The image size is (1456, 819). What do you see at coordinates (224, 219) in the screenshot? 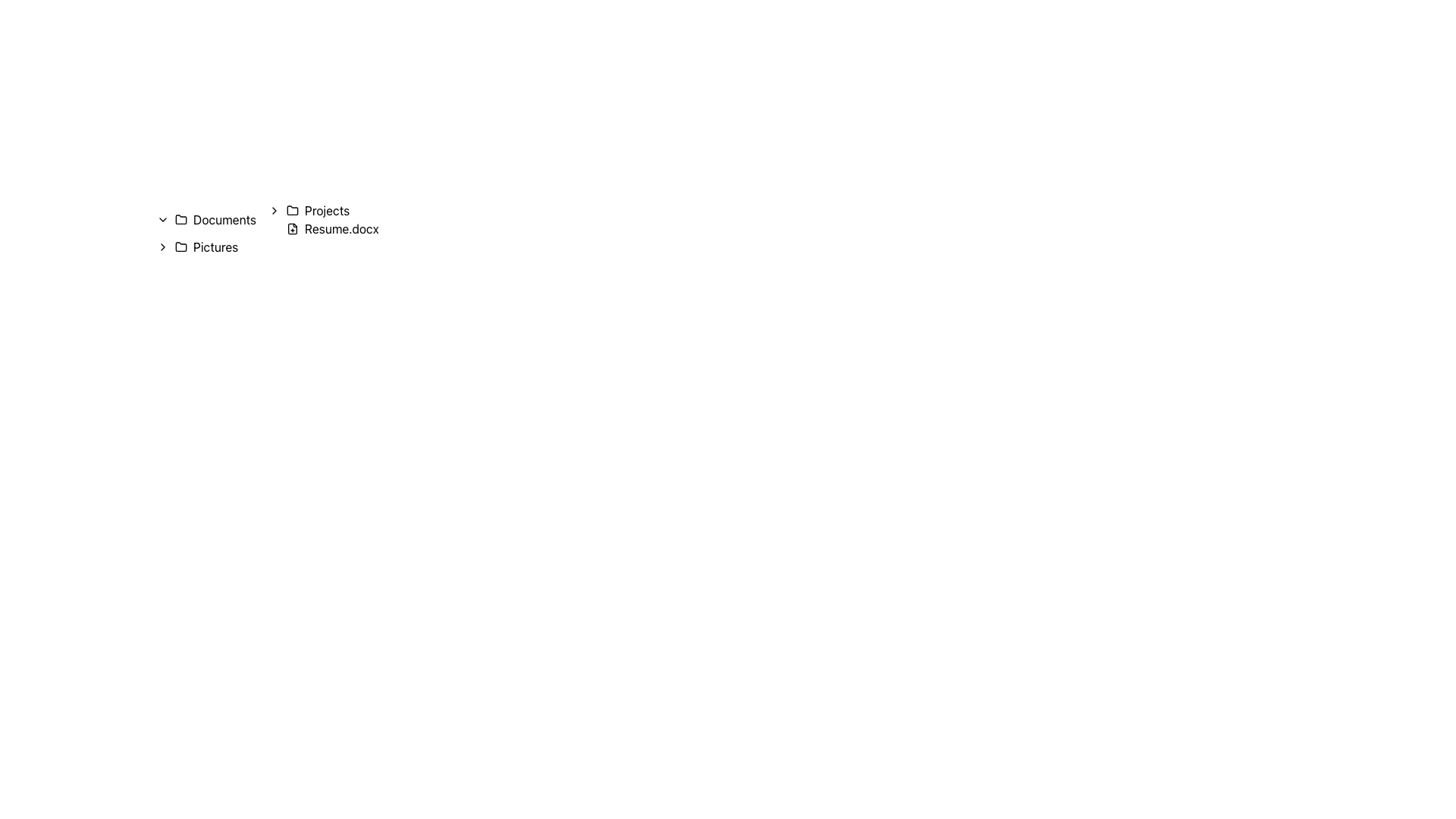
I see `the Text label representing the category or folder under 'DocumentsProjectsResume.docx'` at bounding box center [224, 219].